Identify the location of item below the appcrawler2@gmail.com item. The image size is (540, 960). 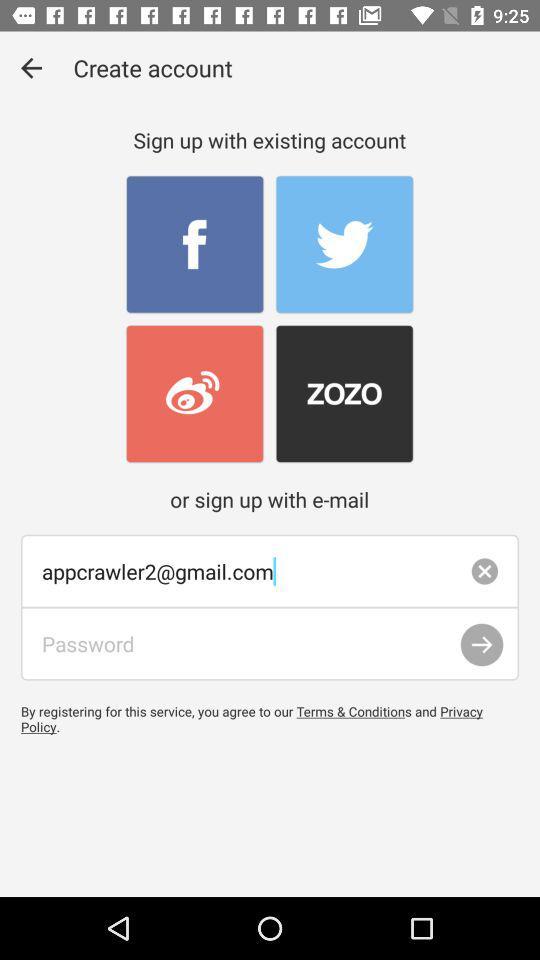
(481, 644).